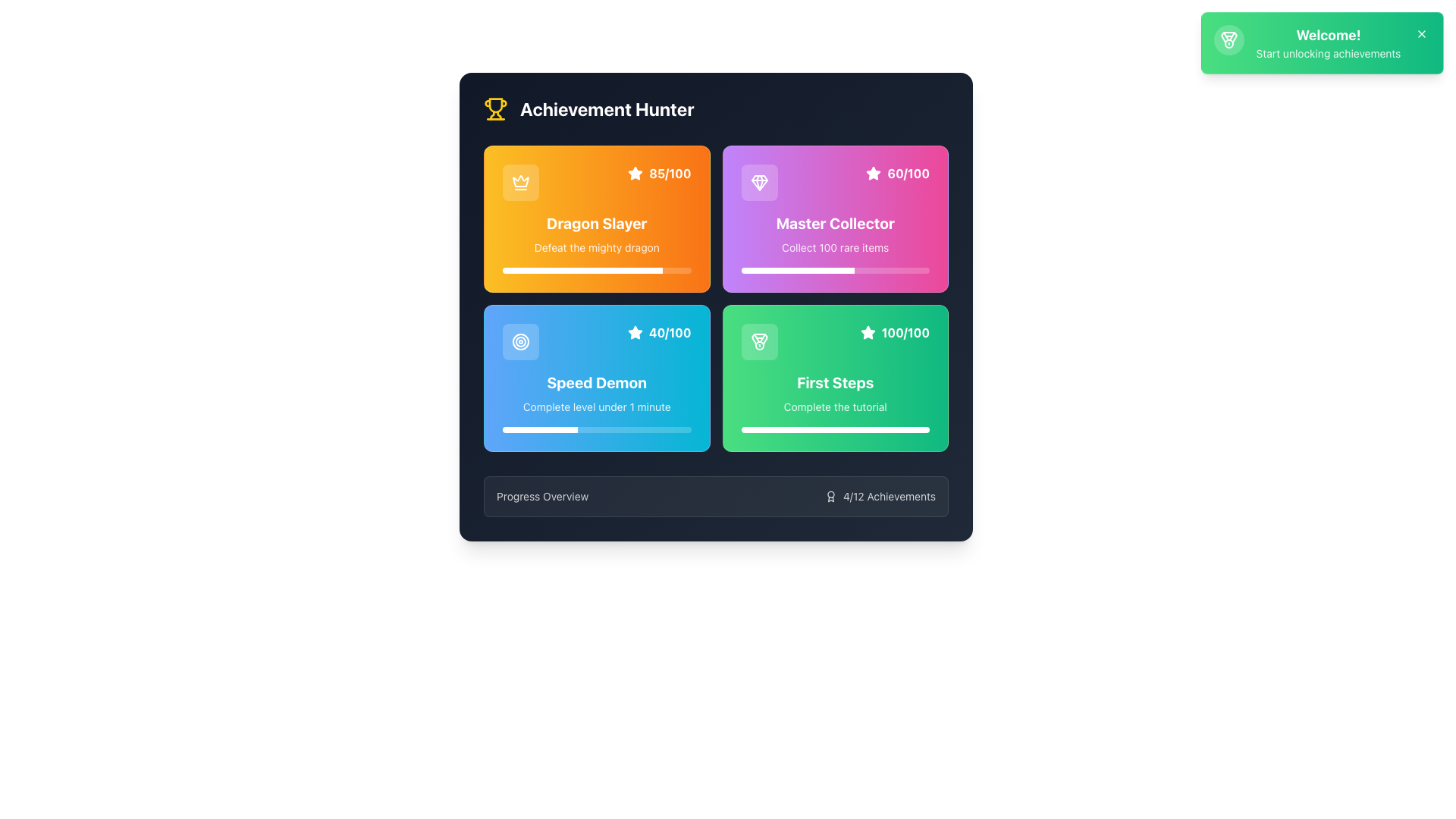 The width and height of the screenshot is (1456, 819). What do you see at coordinates (659, 332) in the screenshot?
I see `the Label displaying '40/100' with a star icon, located at the top right corner of the blue 'Speed Demon' card in the bottom-left of a 2x2 grid layout` at bounding box center [659, 332].